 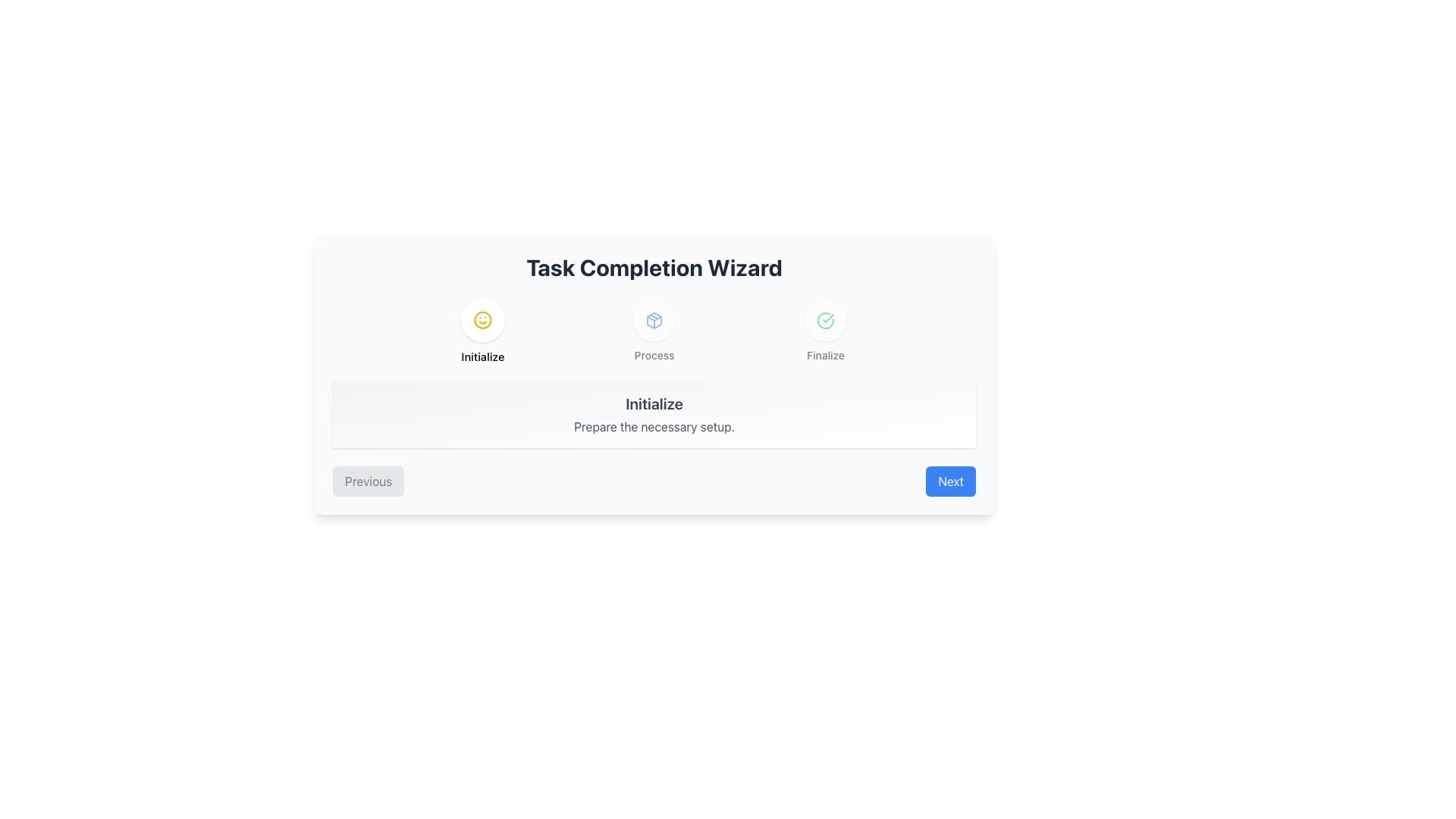 What do you see at coordinates (482, 330) in the screenshot?
I see `the first interactive card, which represents the initialization phase in a process` at bounding box center [482, 330].